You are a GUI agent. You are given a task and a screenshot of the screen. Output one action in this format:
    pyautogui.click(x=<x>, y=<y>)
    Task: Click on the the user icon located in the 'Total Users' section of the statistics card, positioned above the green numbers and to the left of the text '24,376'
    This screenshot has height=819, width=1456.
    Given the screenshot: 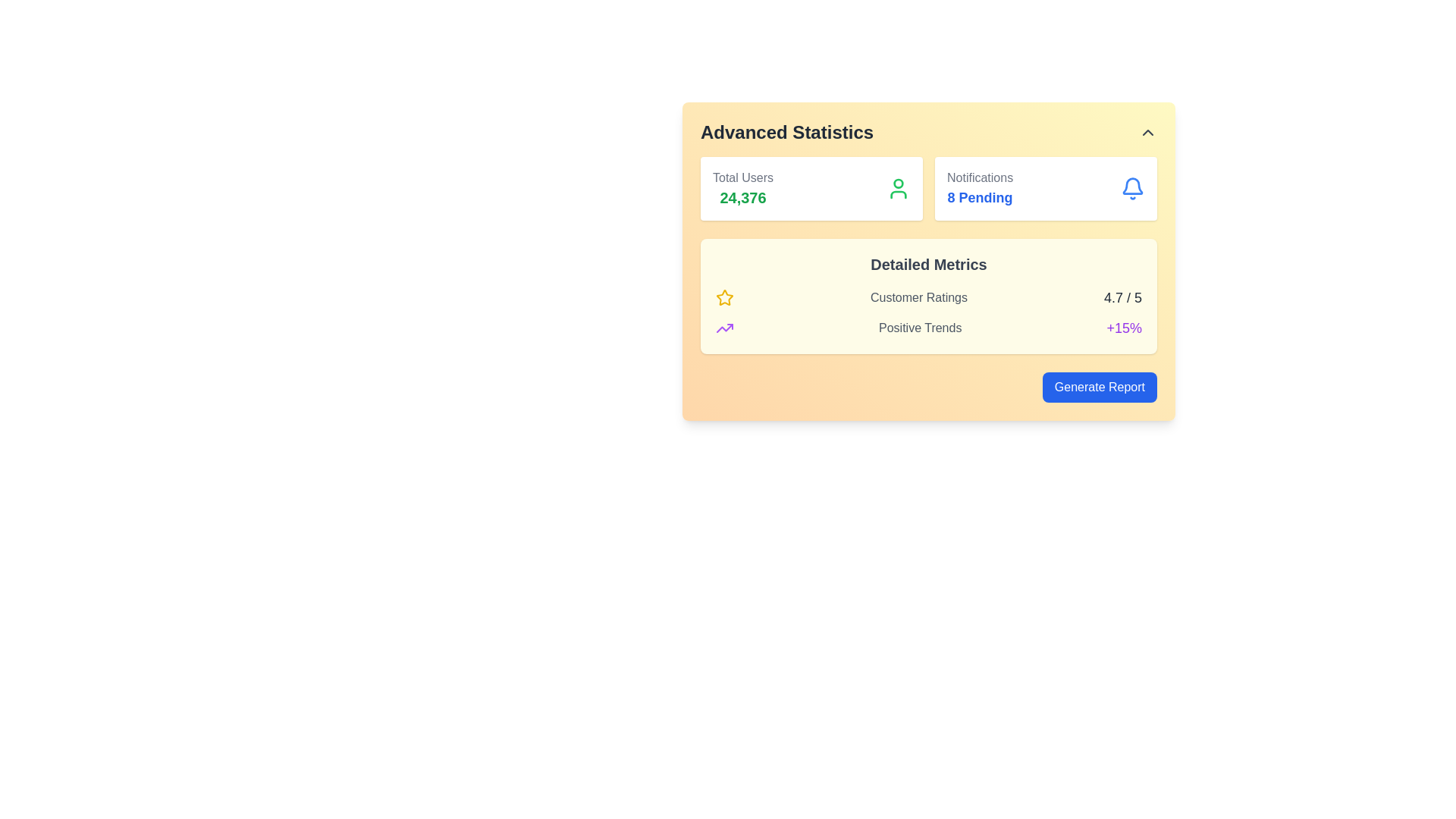 What is the action you would take?
    pyautogui.click(x=899, y=194)
    